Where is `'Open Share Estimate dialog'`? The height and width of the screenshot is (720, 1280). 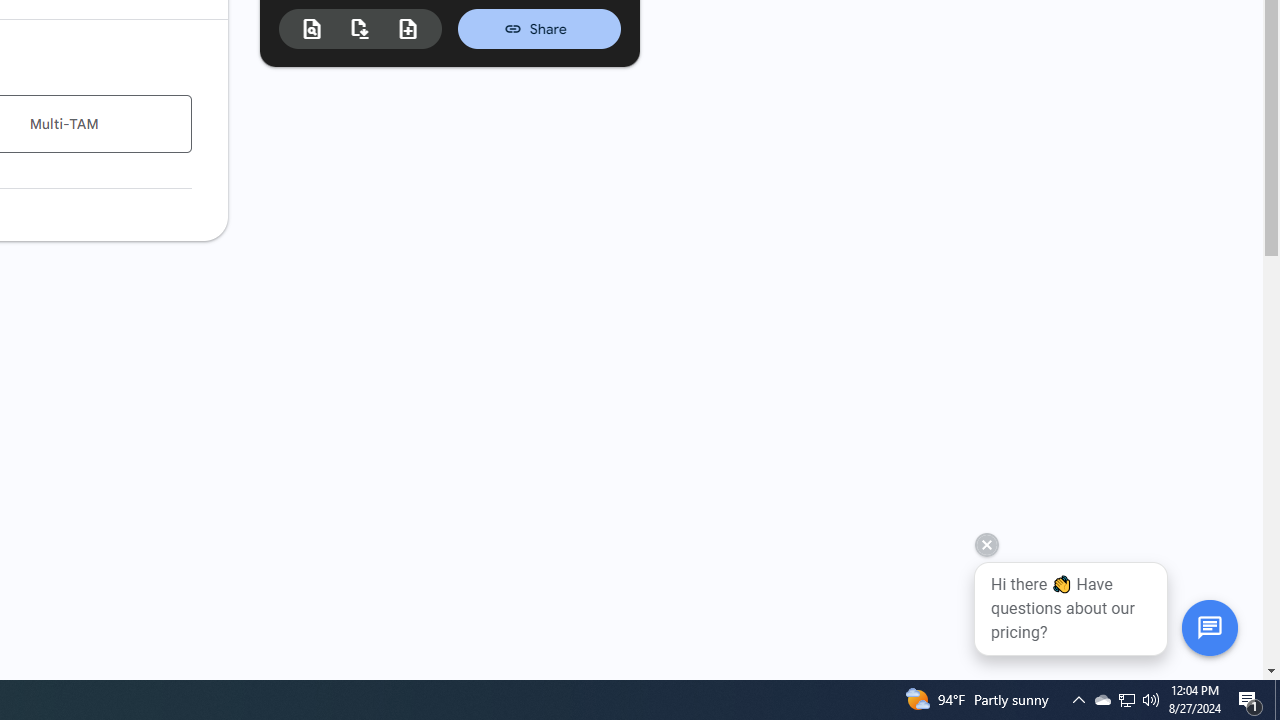 'Open Share Estimate dialog' is located at coordinates (539, 28).